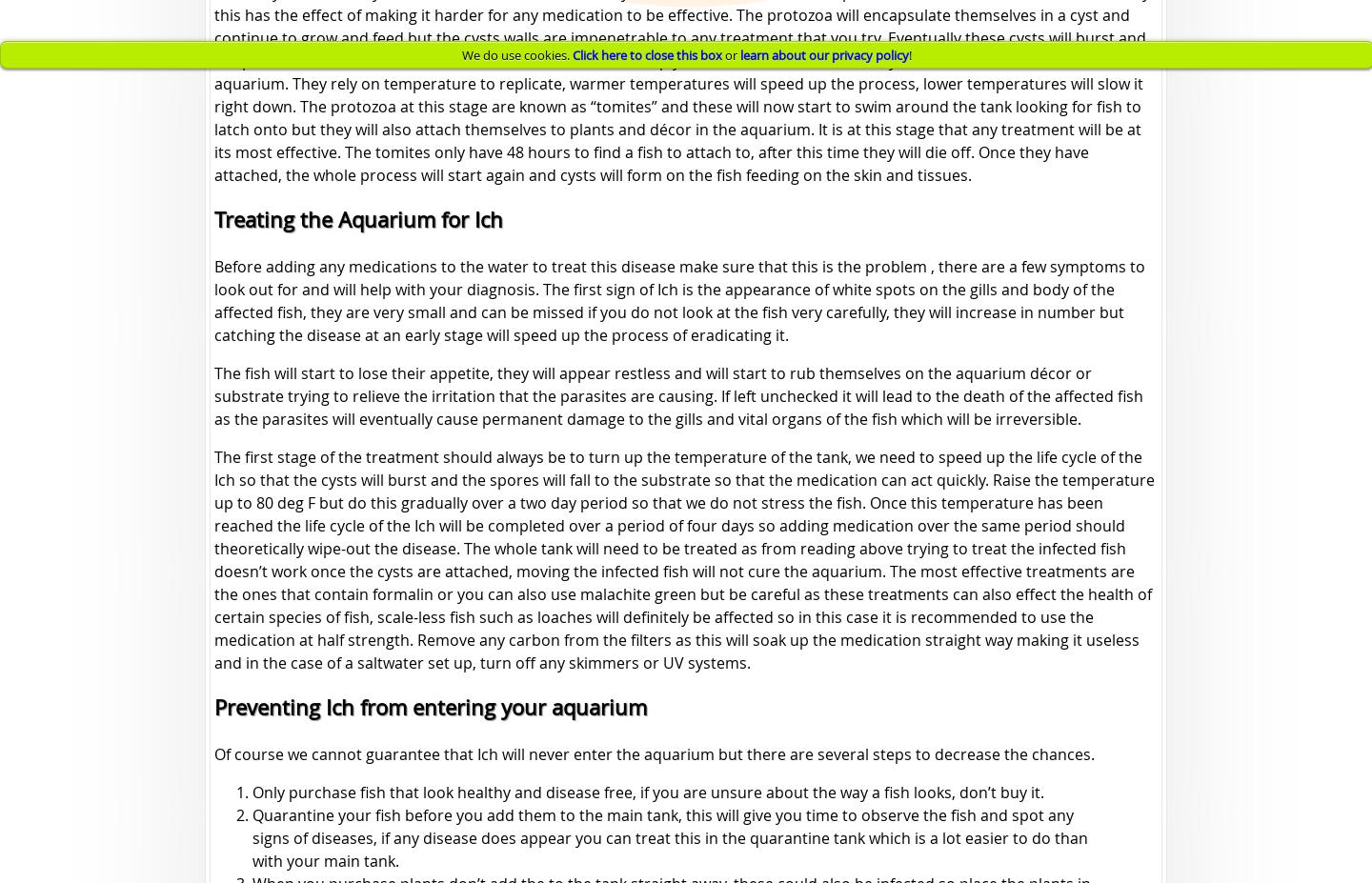 Image resolution: width=1372 pixels, height=883 pixels. What do you see at coordinates (823, 53) in the screenshot?
I see `'learn about our privacy policy'` at bounding box center [823, 53].